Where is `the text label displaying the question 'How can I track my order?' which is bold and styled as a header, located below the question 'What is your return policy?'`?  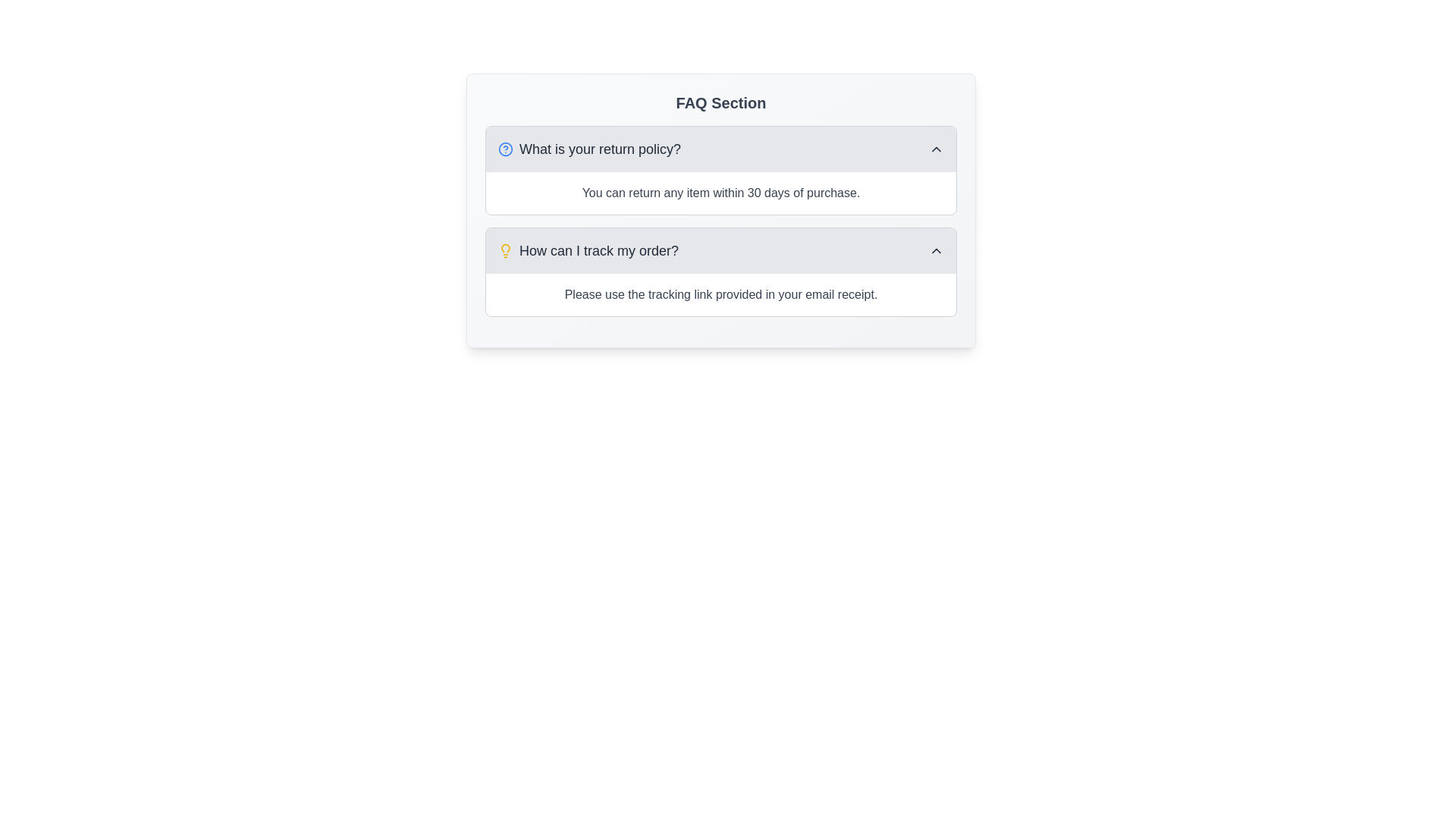 the text label displaying the question 'How can I track my order?' which is bold and styled as a header, located below the question 'What is your return policy?' is located at coordinates (588, 250).